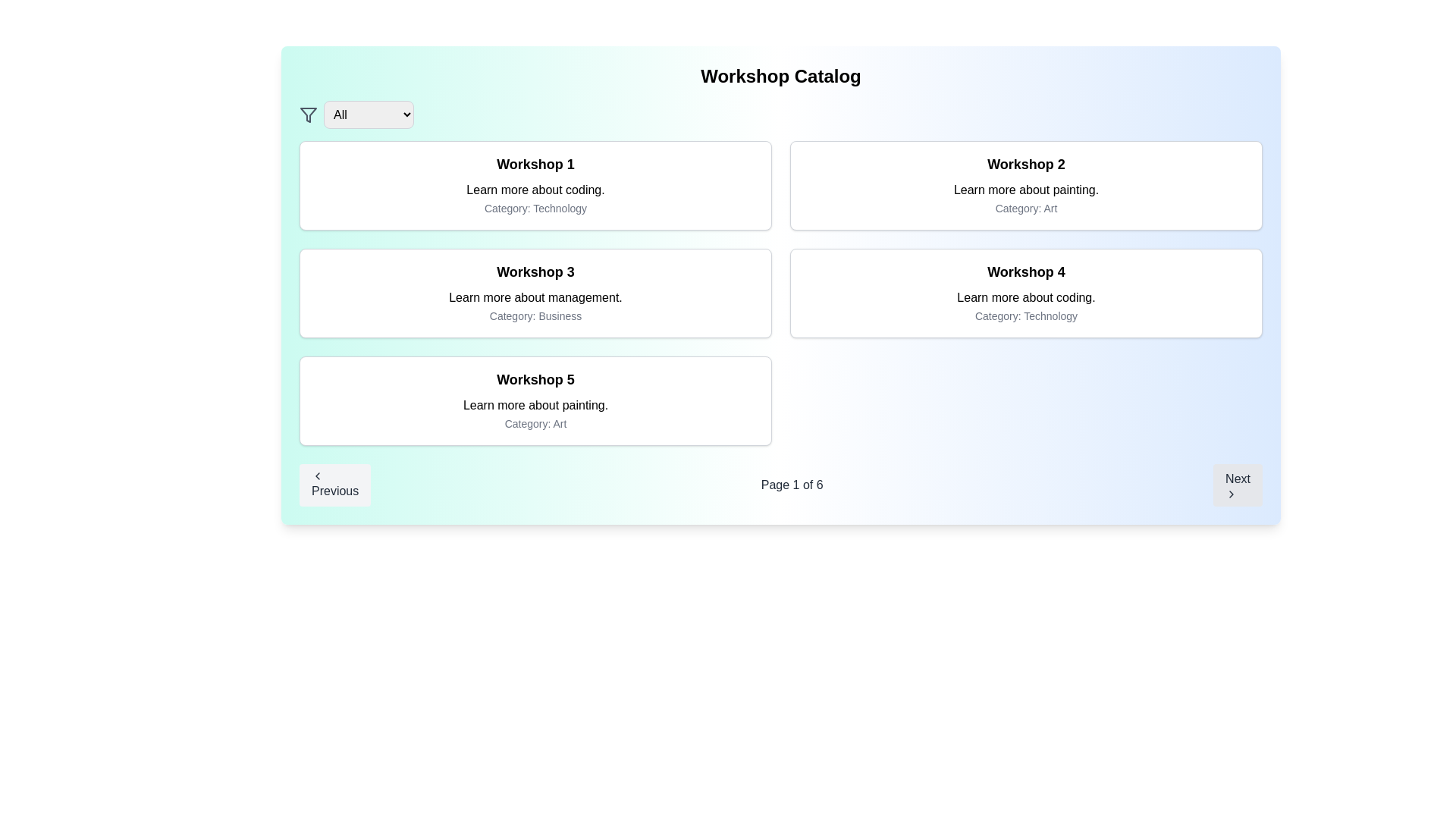 Image resolution: width=1456 pixels, height=819 pixels. I want to click on the first workshop card titled 'Workshop 1' located in the top-left corner of the grid layout, directly below the filter dropdown, so click(535, 185).